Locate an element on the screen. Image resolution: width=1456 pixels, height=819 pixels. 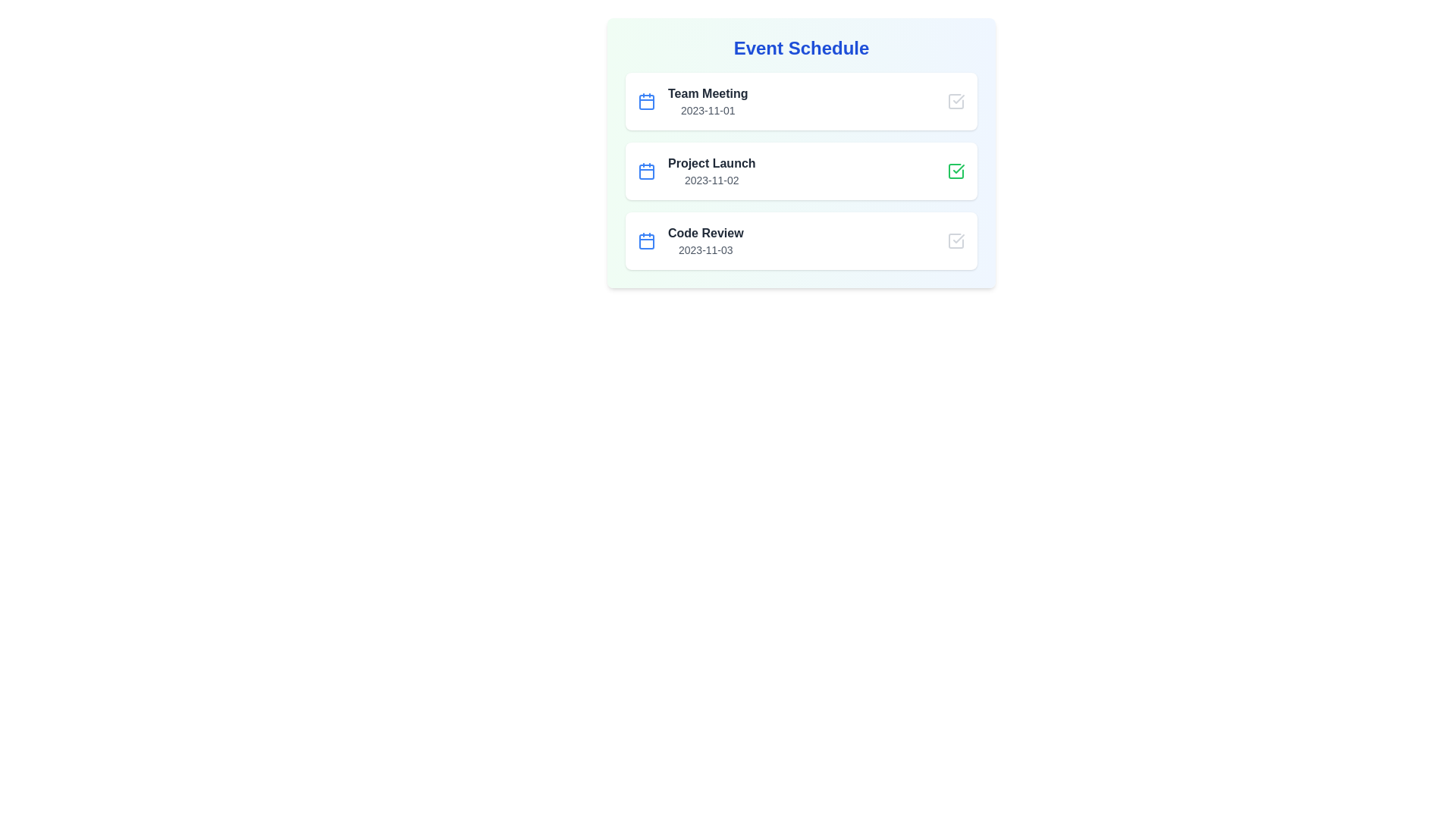
the event item labeled Team Meeting is located at coordinates (800, 102).